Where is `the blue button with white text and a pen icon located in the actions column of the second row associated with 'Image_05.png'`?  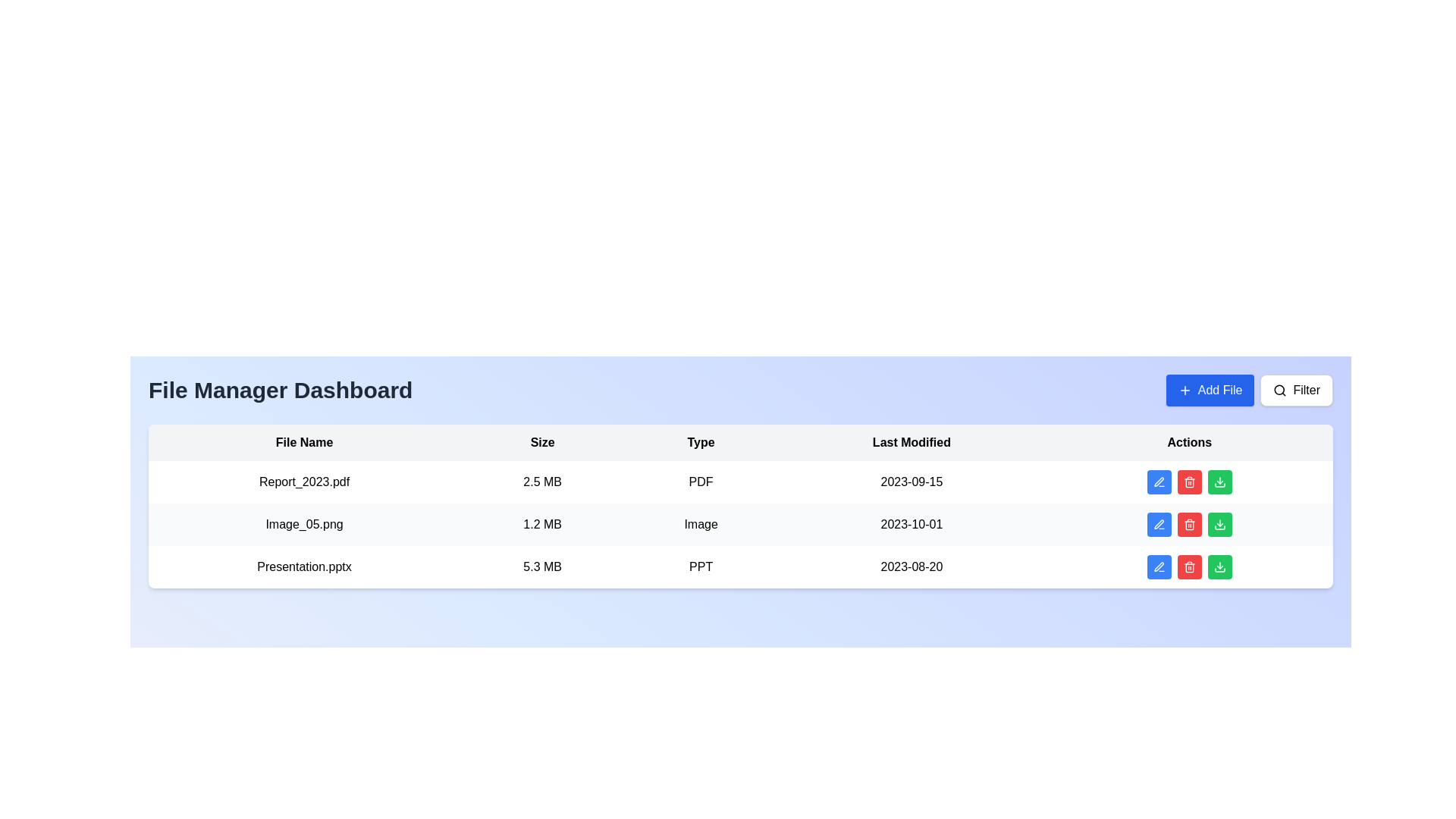
the blue button with white text and a pen icon located in the actions column of the second row associated with 'Image_05.png' is located at coordinates (1158, 523).